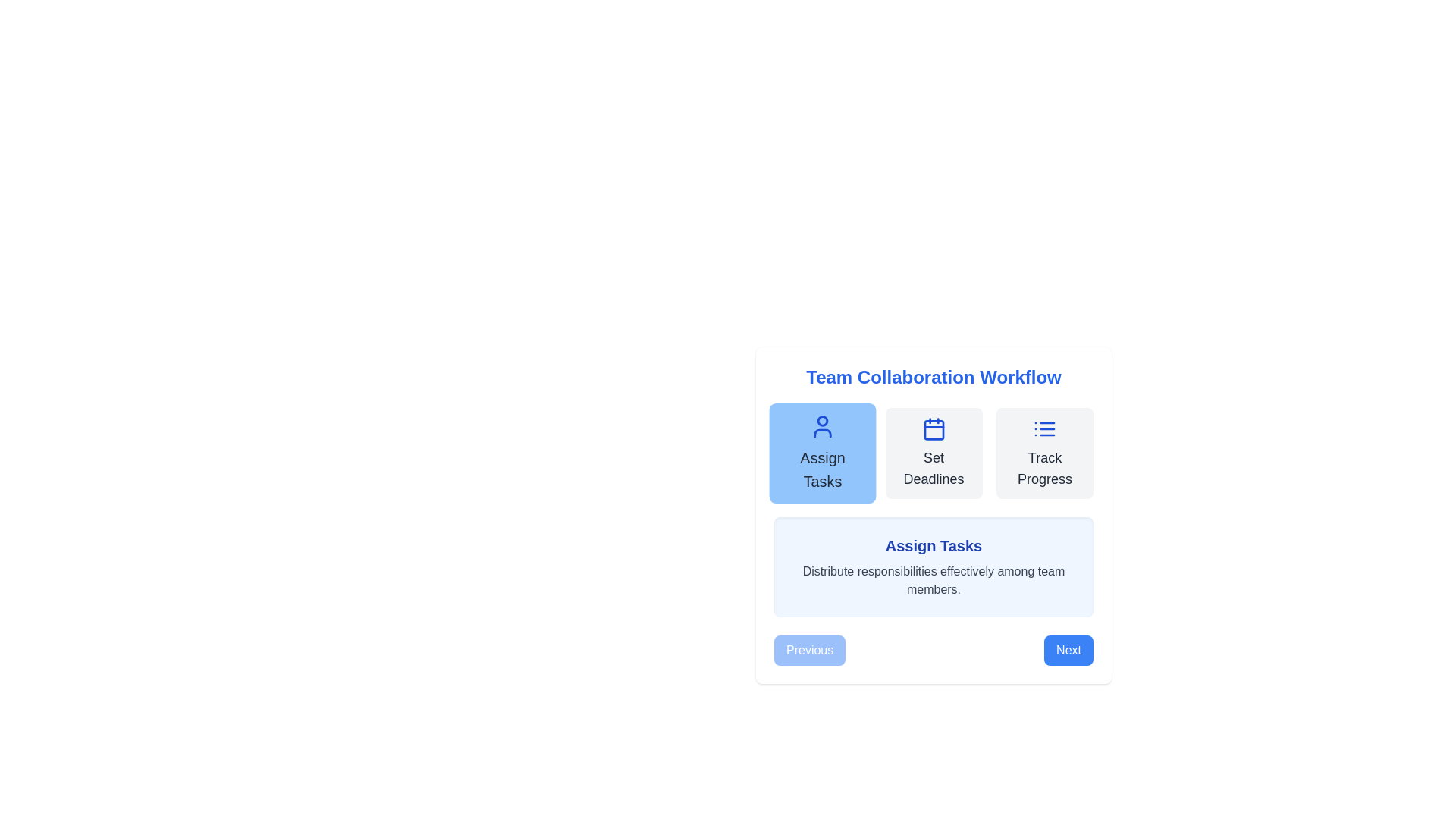 This screenshot has height=819, width=1456. Describe the element at coordinates (821, 421) in the screenshot. I see `the circular head icon of the user icon, which is located within the 'Assign Tasks' button area on the leftmost side of the group of icons` at that location.